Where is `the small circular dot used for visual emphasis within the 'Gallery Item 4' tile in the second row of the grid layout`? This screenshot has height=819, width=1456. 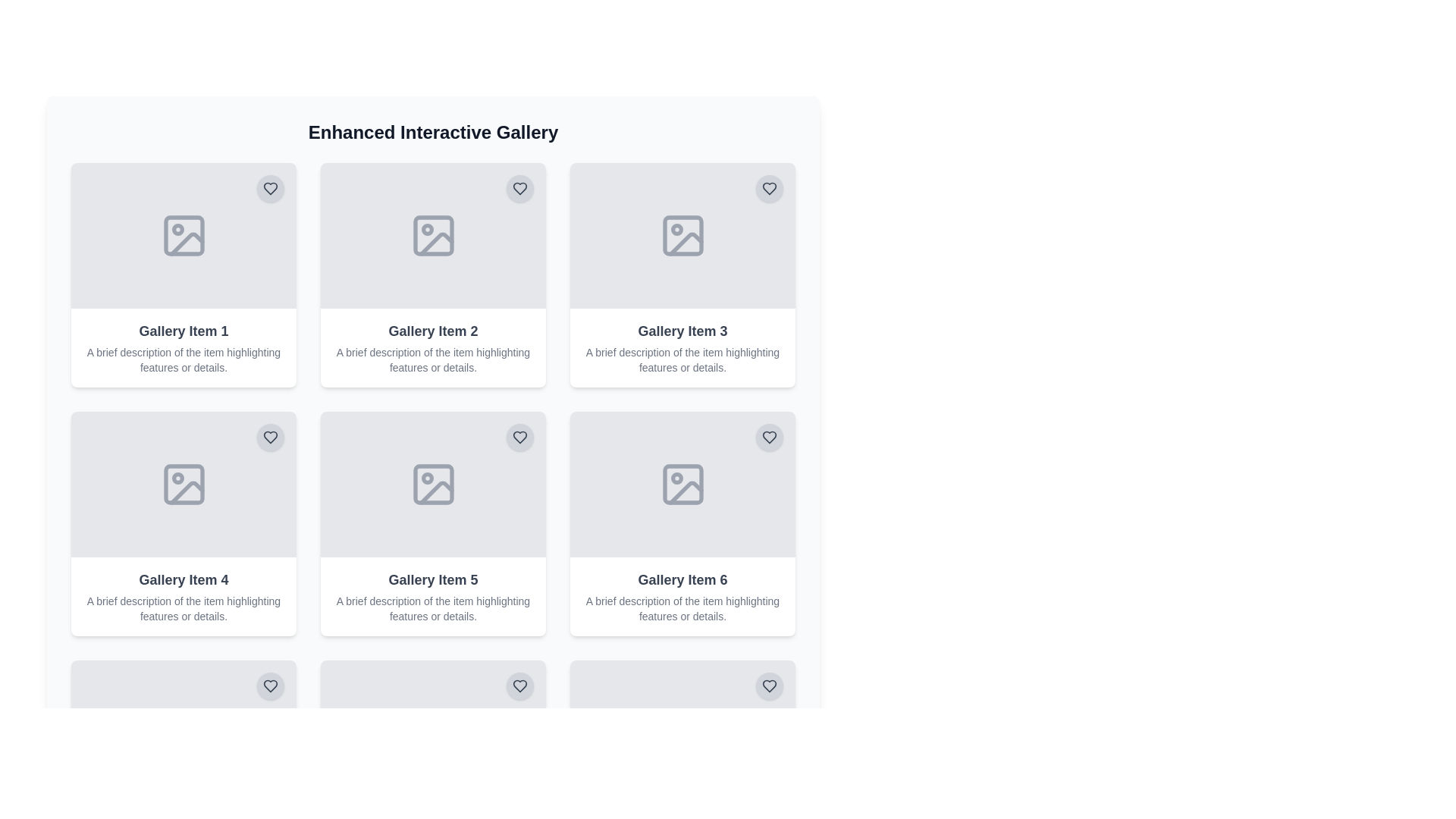 the small circular dot used for visual emphasis within the 'Gallery Item 4' tile in the second row of the grid layout is located at coordinates (177, 479).